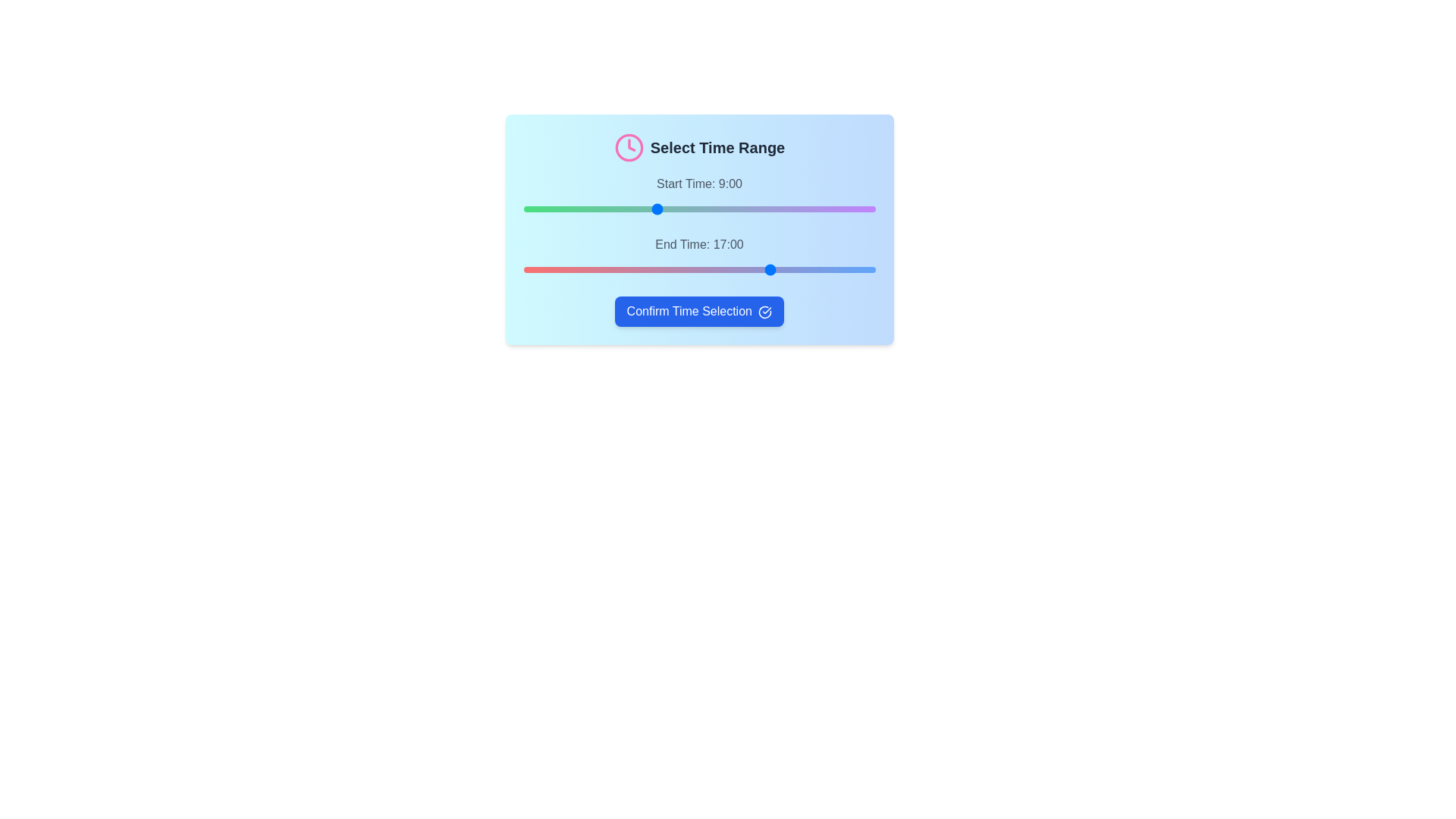 This screenshot has width=1456, height=819. What do you see at coordinates (758, 268) in the screenshot?
I see `the end time slider to 16 hours` at bounding box center [758, 268].